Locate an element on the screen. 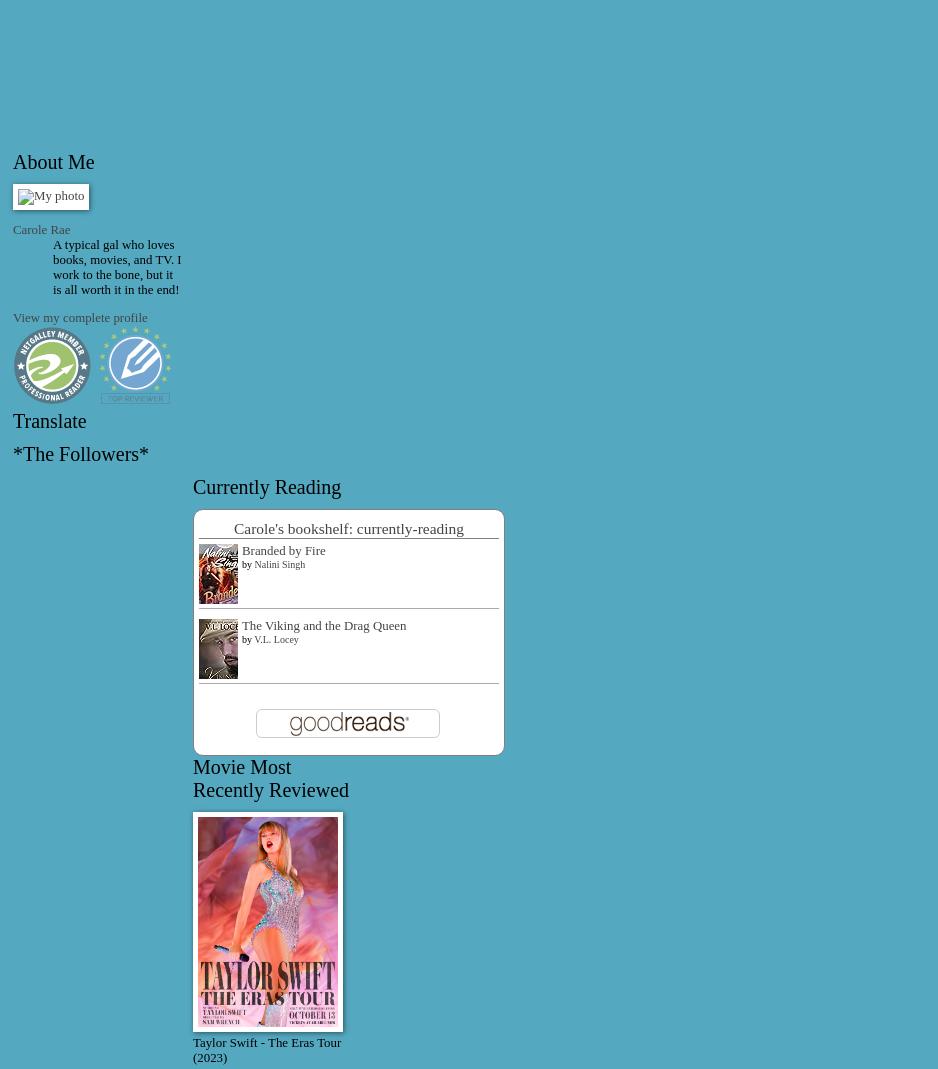 This screenshot has height=1069, width=938. 'Carole's bookshelf: currently-reading' is located at coordinates (348, 526).